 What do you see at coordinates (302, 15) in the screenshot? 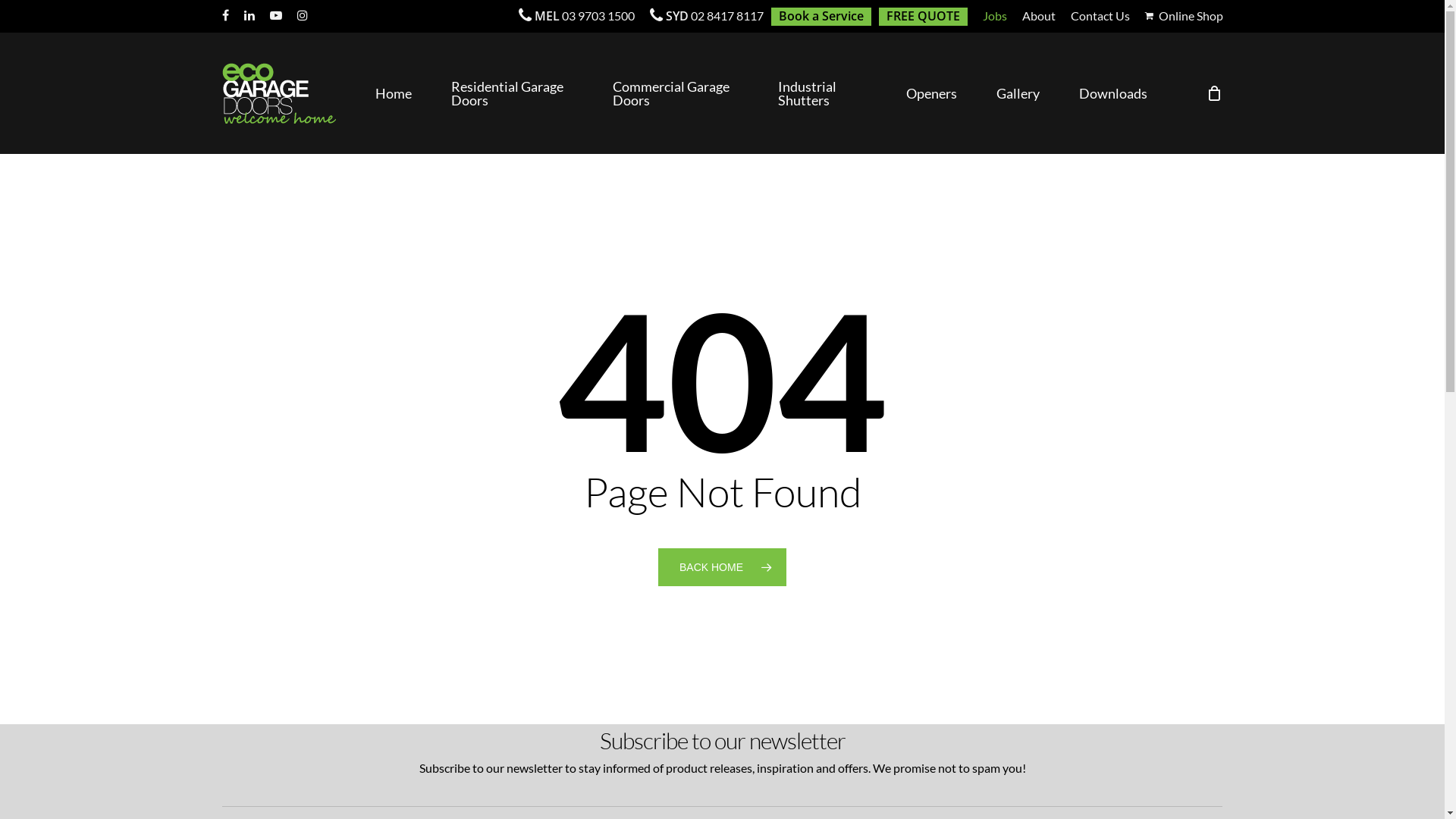
I see `'instagram'` at bounding box center [302, 15].